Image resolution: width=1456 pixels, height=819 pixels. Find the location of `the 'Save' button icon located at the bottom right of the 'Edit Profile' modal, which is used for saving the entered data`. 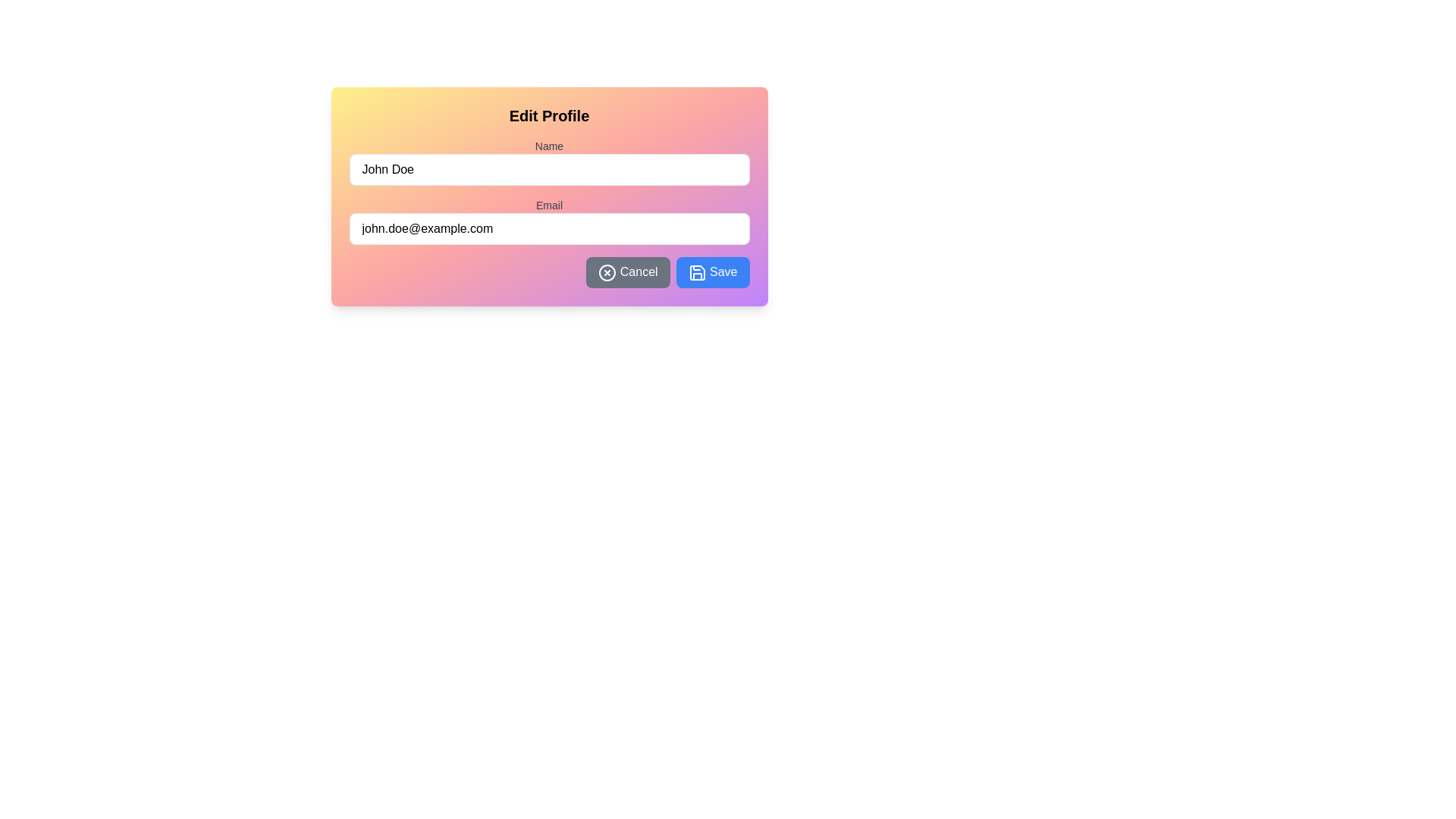

the 'Save' button icon located at the bottom right of the 'Edit Profile' modal, which is used for saving the entered data is located at coordinates (696, 271).